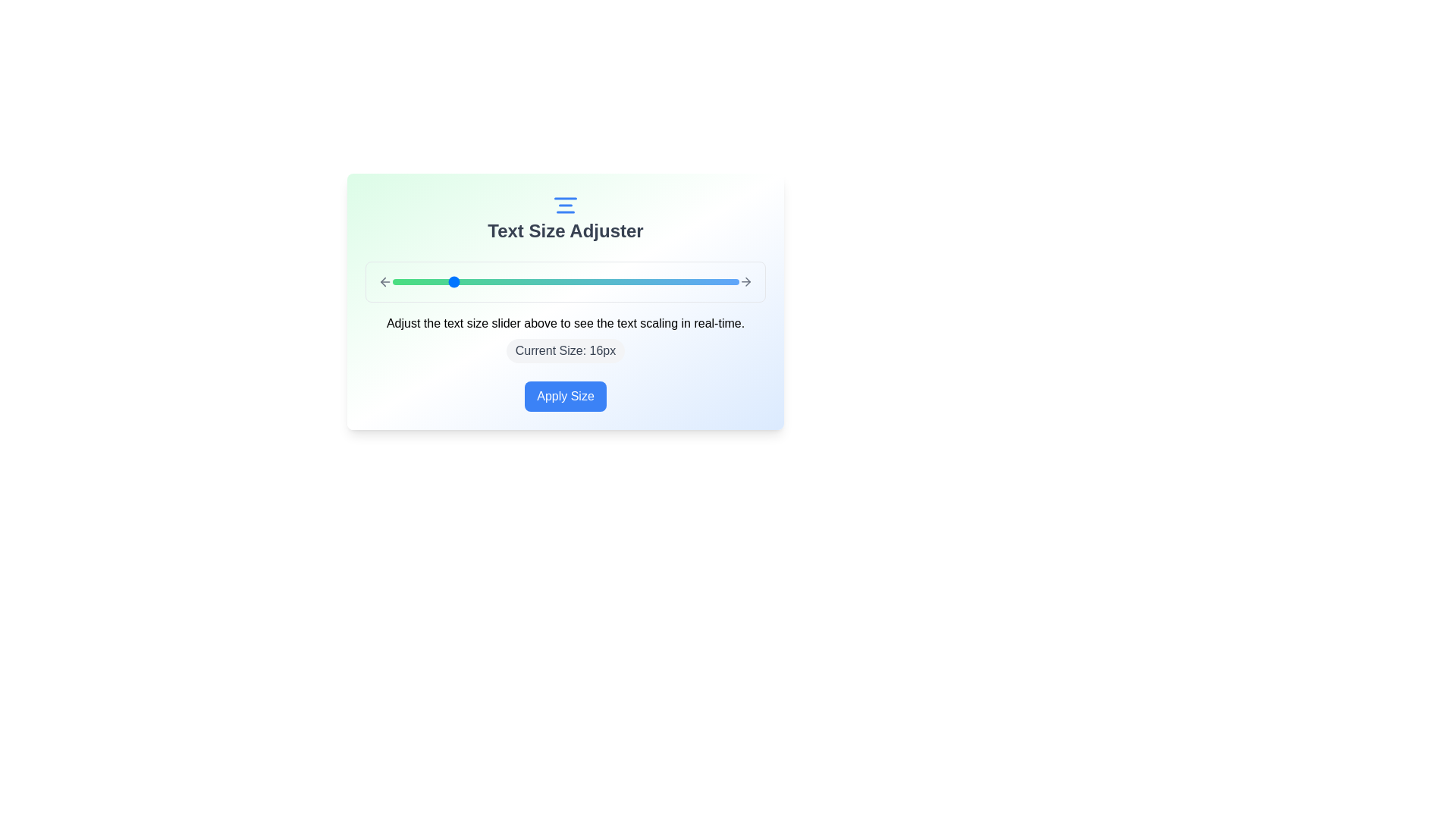 Image resolution: width=1456 pixels, height=819 pixels. I want to click on the text size slider to 27 px, so click(609, 281).